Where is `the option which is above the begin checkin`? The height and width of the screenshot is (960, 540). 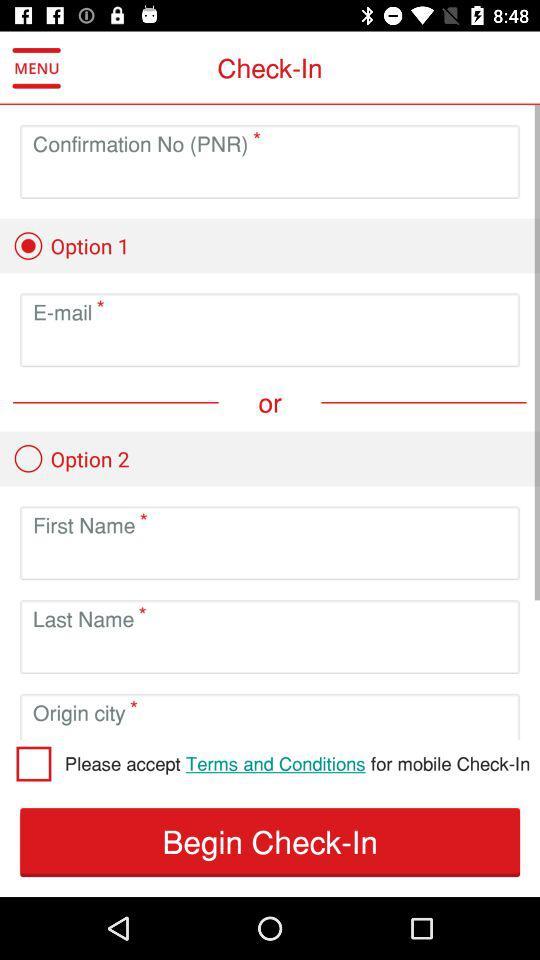
the option which is above the begin checkin is located at coordinates (296, 762).